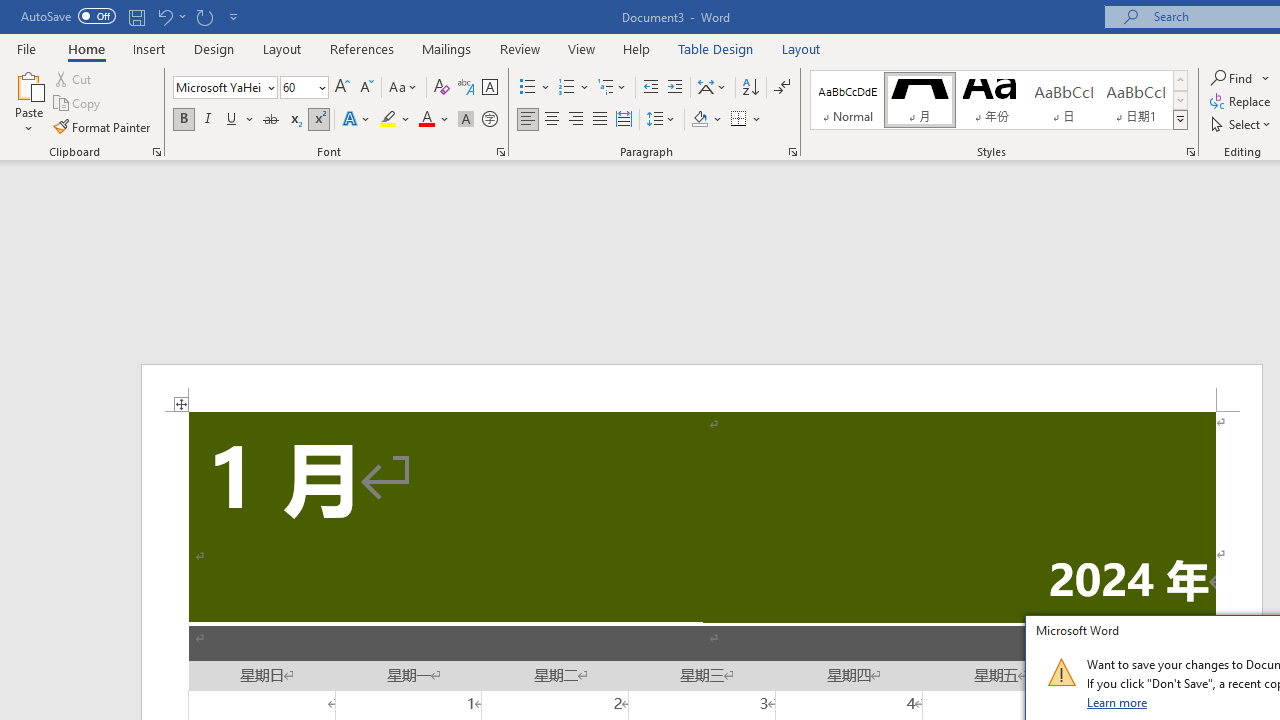  What do you see at coordinates (1117, 701) in the screenshot?
I see `'Learn more'` at bounding box center [1117, 701].